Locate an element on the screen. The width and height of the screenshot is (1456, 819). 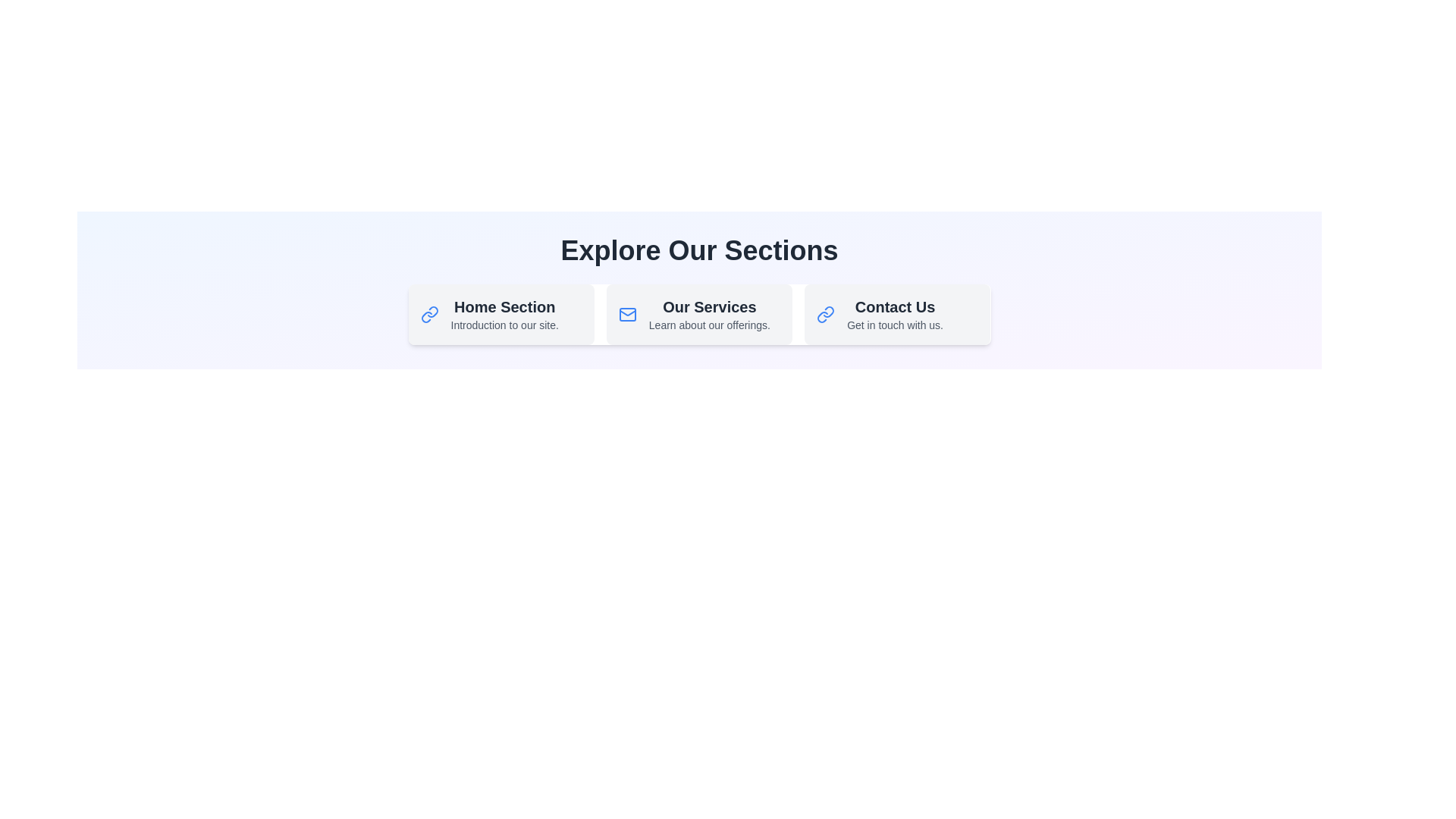
the 'Contact Us' section header text element is located at coordinates (895, 314).